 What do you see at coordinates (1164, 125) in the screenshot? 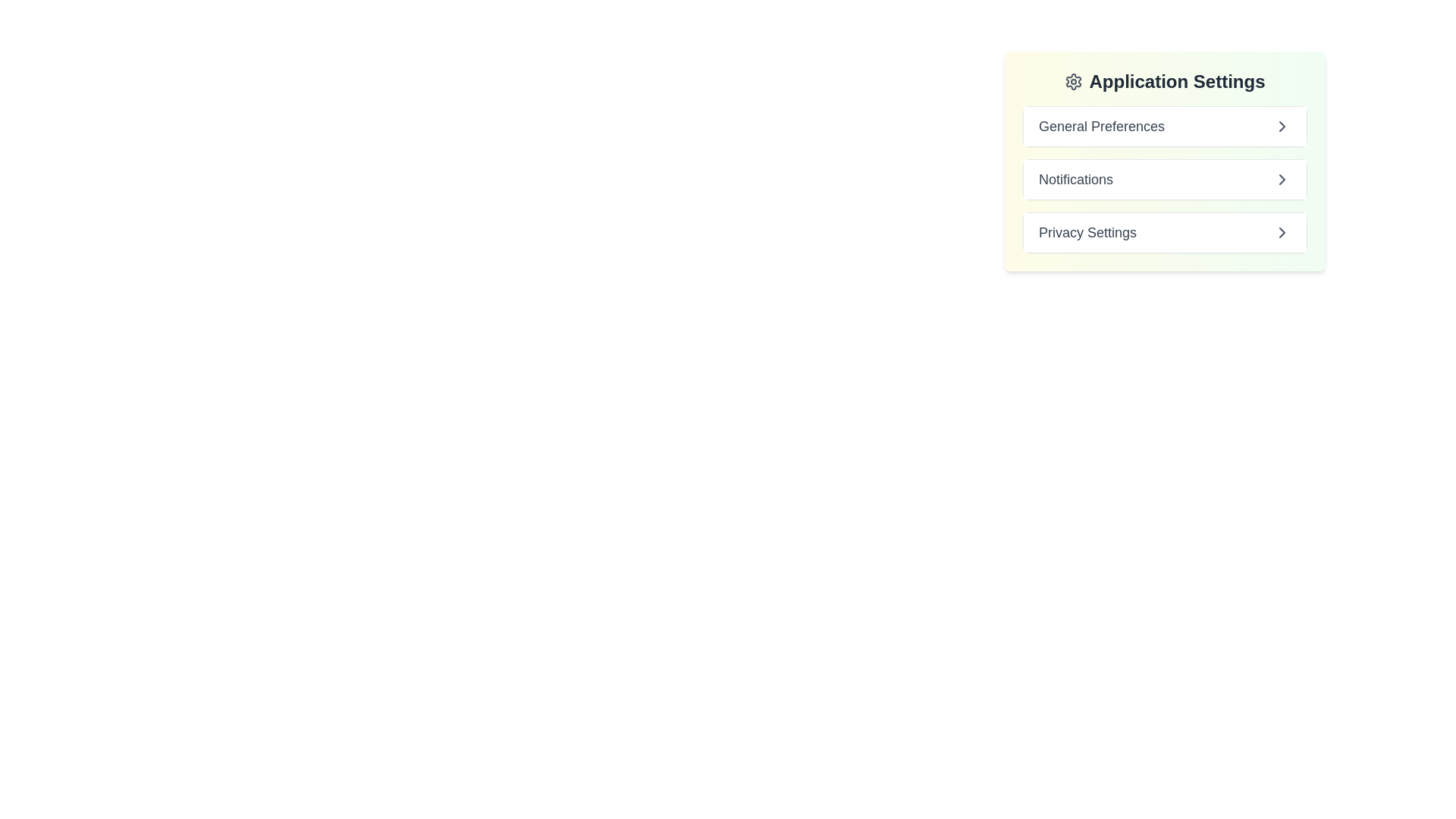
I see `the interactive list item labeled 'General Preferences'` at bounding box center [1164, 125].